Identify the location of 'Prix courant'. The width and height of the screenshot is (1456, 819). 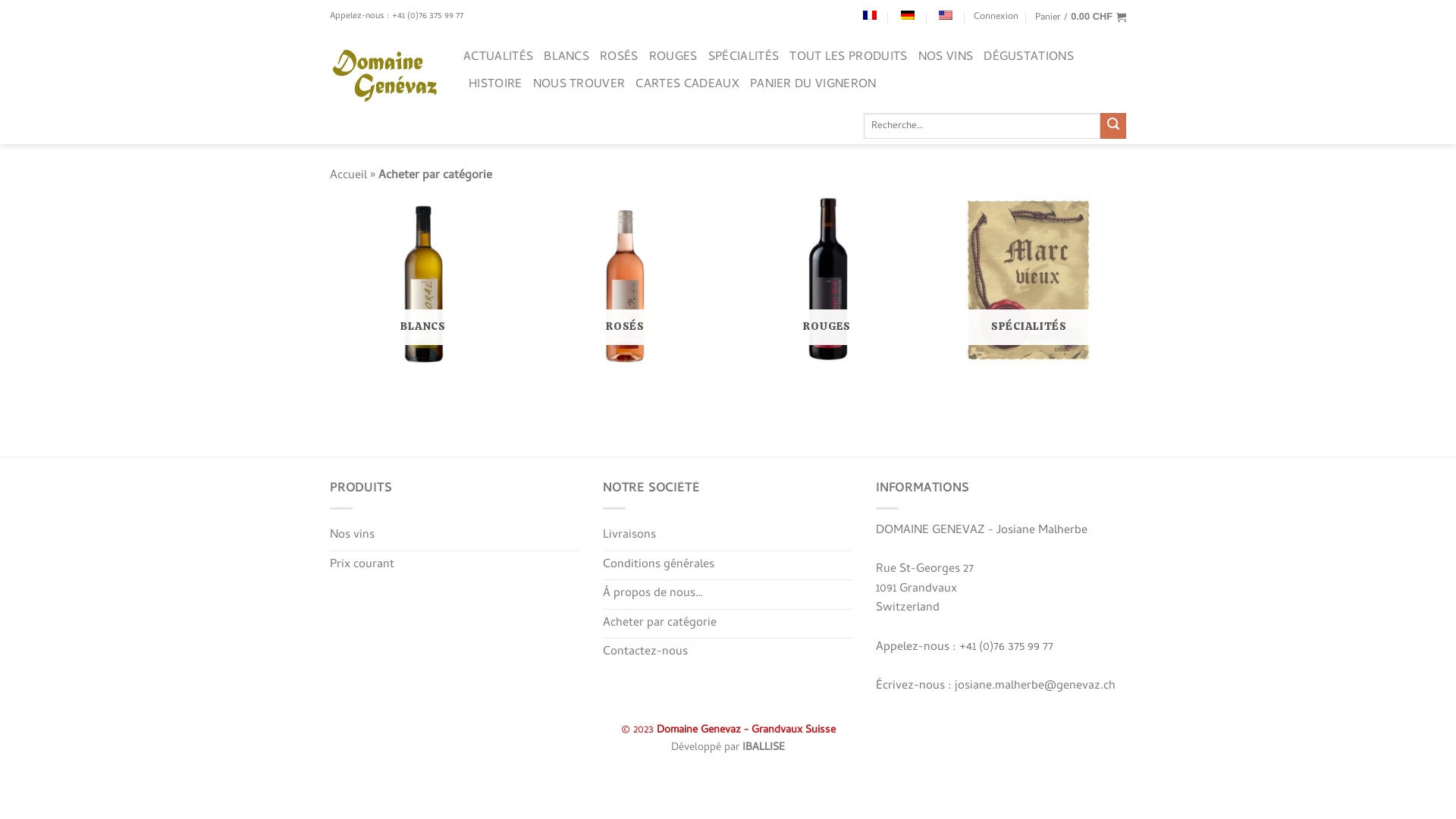
(361, 565).